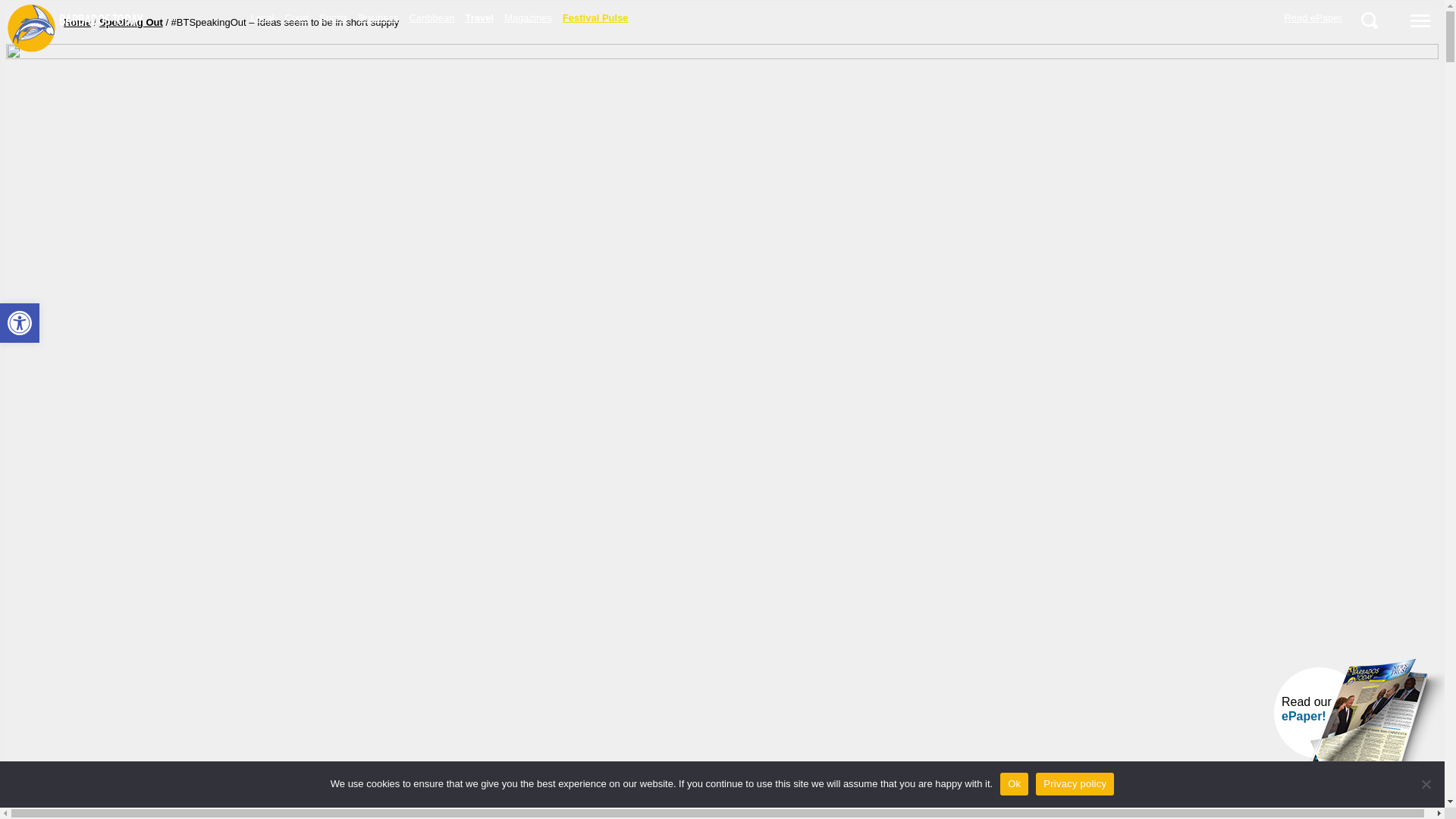 The width and height of the screenshot is (1456, 819). What do you see at coordinates (1074, 783) in the screenshot?
I see `'Privacy policy'` at bounding box center [1074, 783].